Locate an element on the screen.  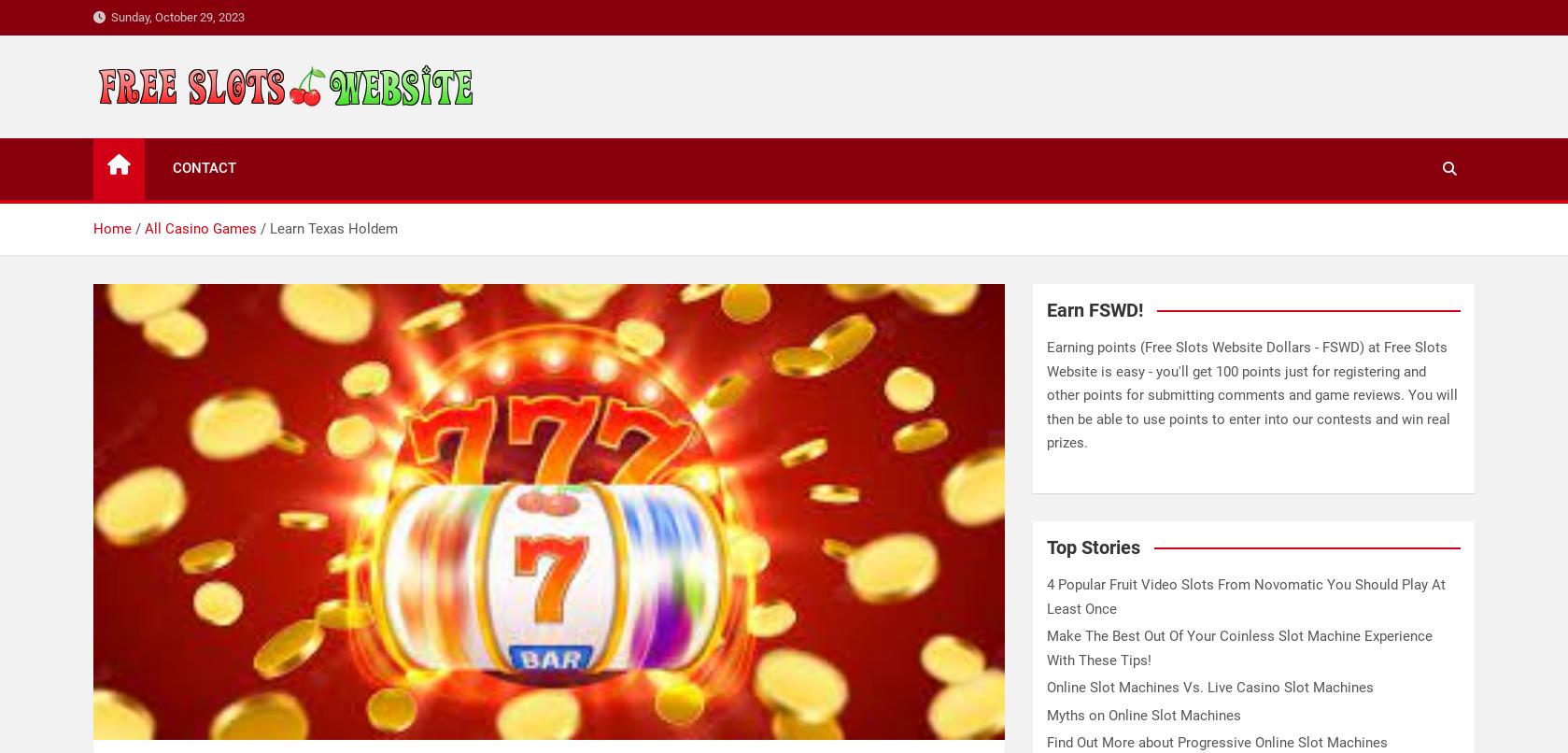
'Online Slot Machines Vs. Live Casino Slot Machines' is located at coordinates (1046, 688).